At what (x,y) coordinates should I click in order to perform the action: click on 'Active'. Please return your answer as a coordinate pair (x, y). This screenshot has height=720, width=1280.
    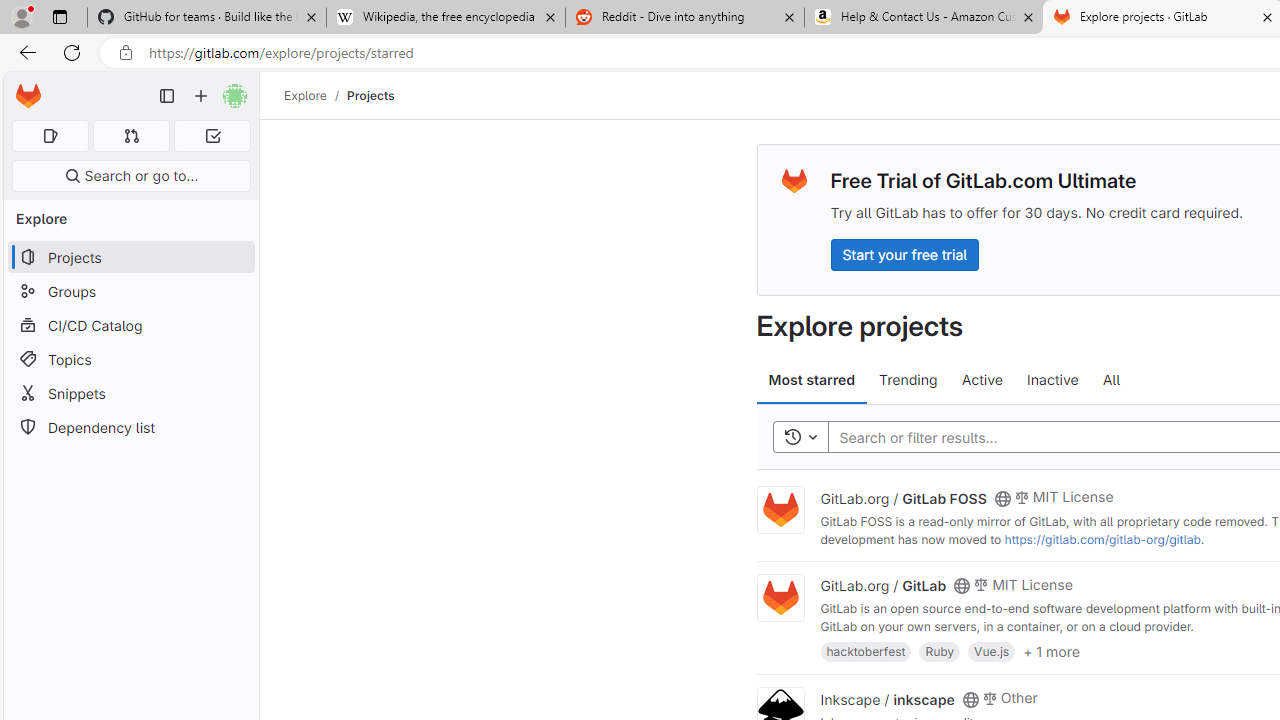
    Looking at the image, I should click on (982, 380).